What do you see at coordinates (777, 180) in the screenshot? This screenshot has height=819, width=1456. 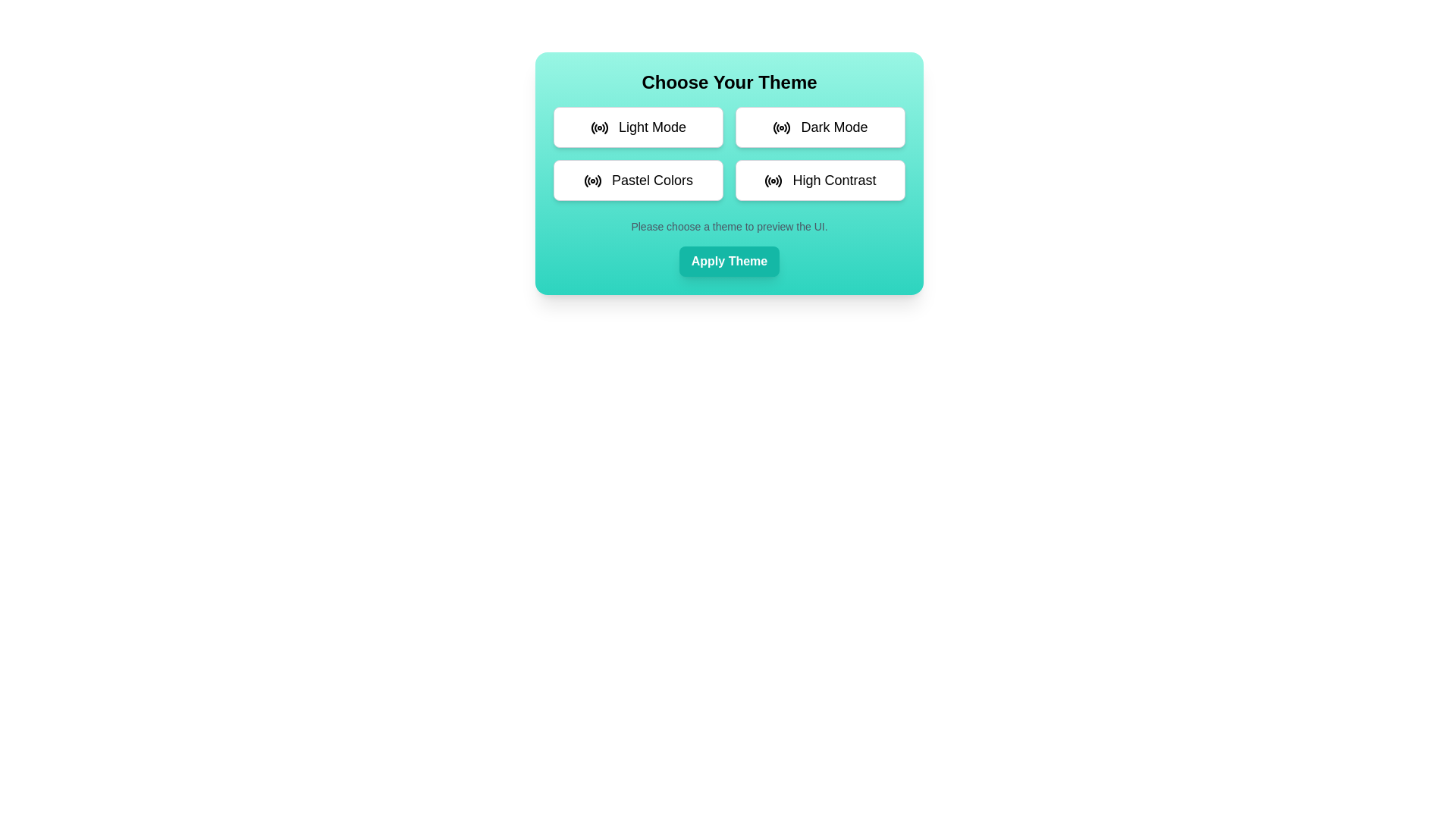 I see `the fourth concentric arc of the radio icon within the 'High Contrast' button in the theme selection panel` at bounding box center [777, 180].